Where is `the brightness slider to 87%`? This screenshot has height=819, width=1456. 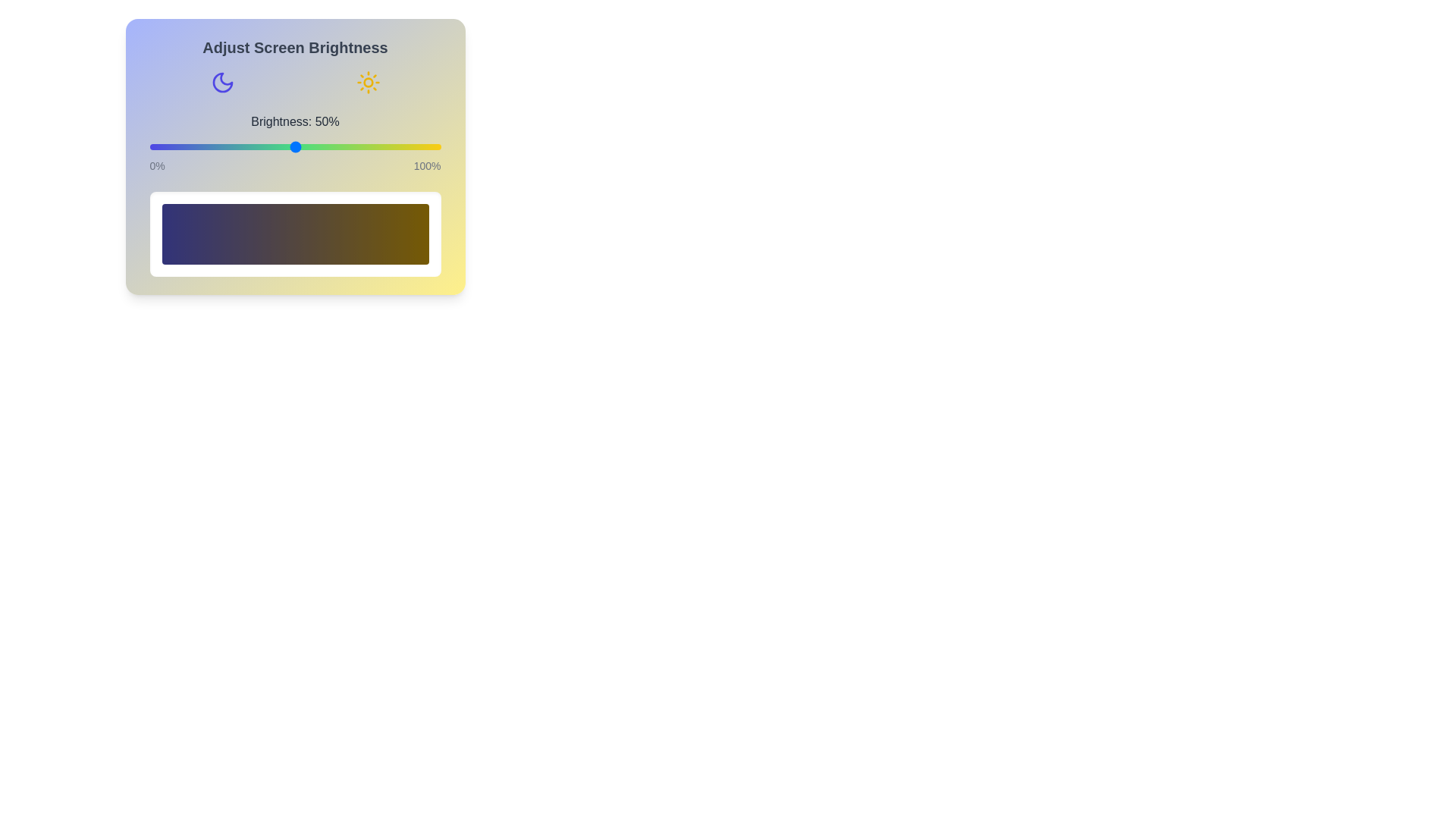
the brightness slider to 87% is located at coordinates (403, 146).